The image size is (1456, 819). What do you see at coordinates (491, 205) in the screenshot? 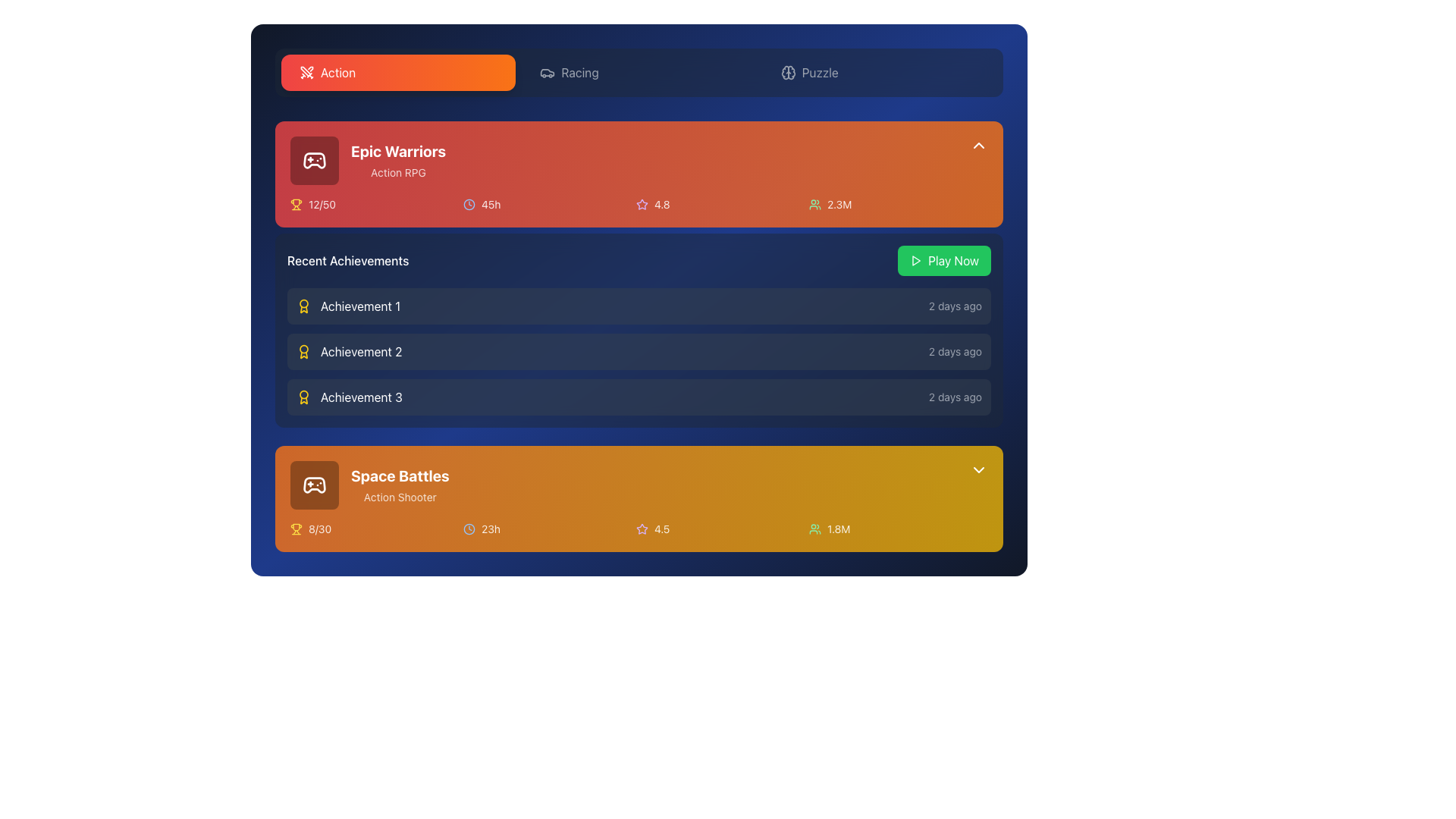
I see `text label displaying '45h' that is styled in a slightly bold white font and located to the right of the clock icon in the 'Epic Warriors' game card section` at bounding box center [491, 205].